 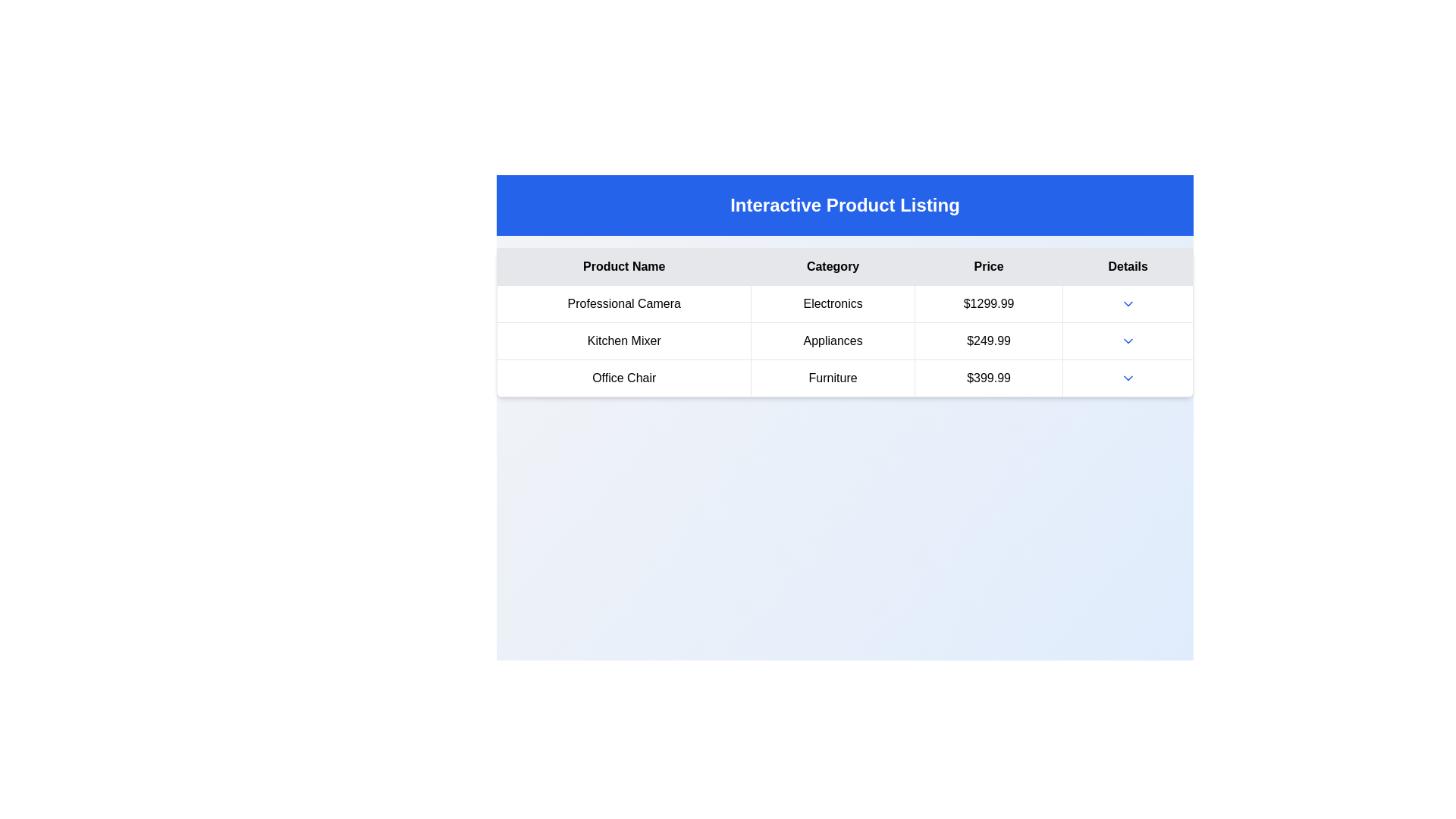 What do you see at coordinates (1128, 377) in the screenshot?
I see `the dropdown trigger icon` at bounding box center [1128, 377].